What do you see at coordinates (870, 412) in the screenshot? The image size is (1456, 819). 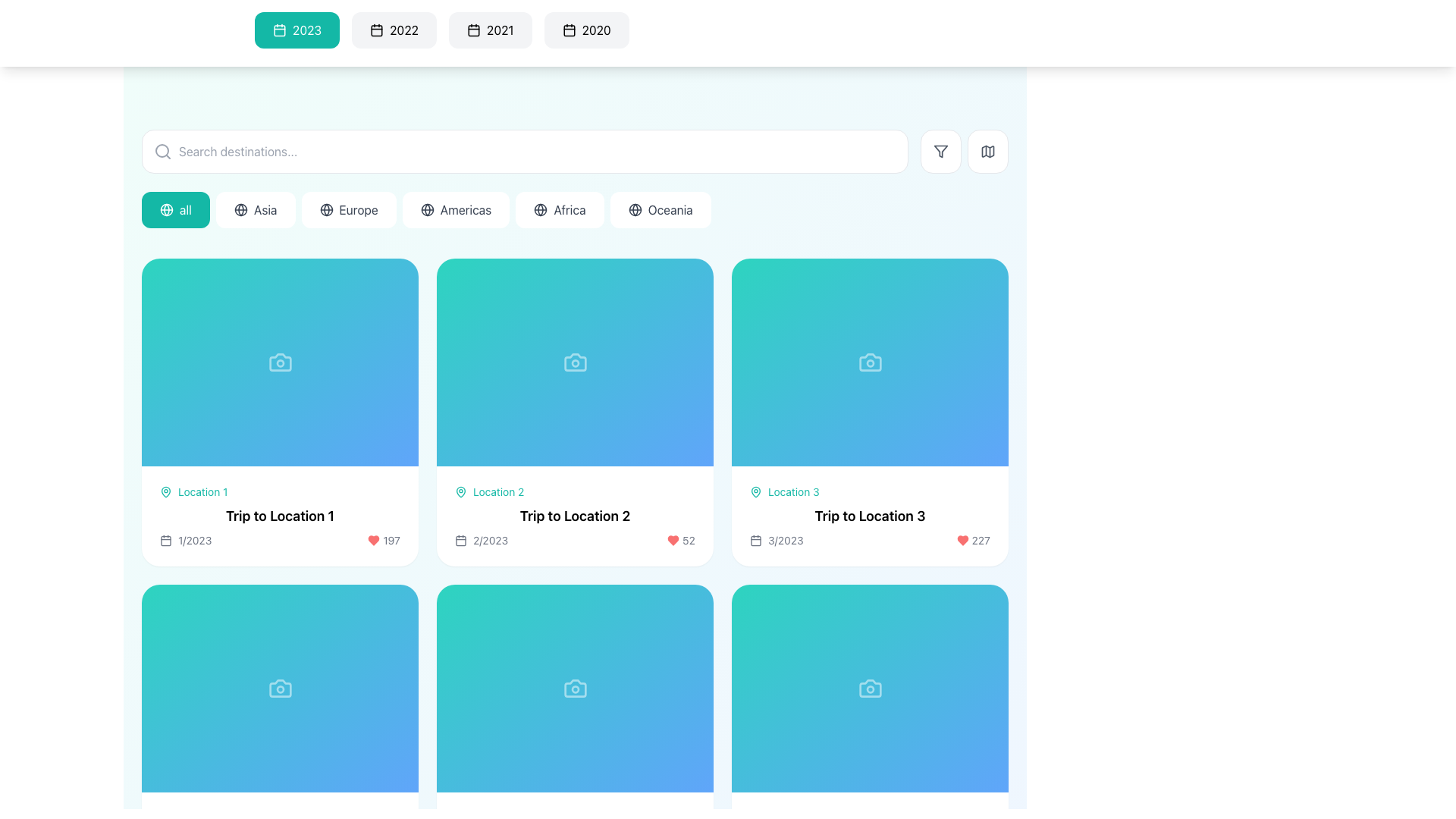 I see `the card item in the grid layout that indicates 'Trip to Location 3'` at bounding box center [870, 412].